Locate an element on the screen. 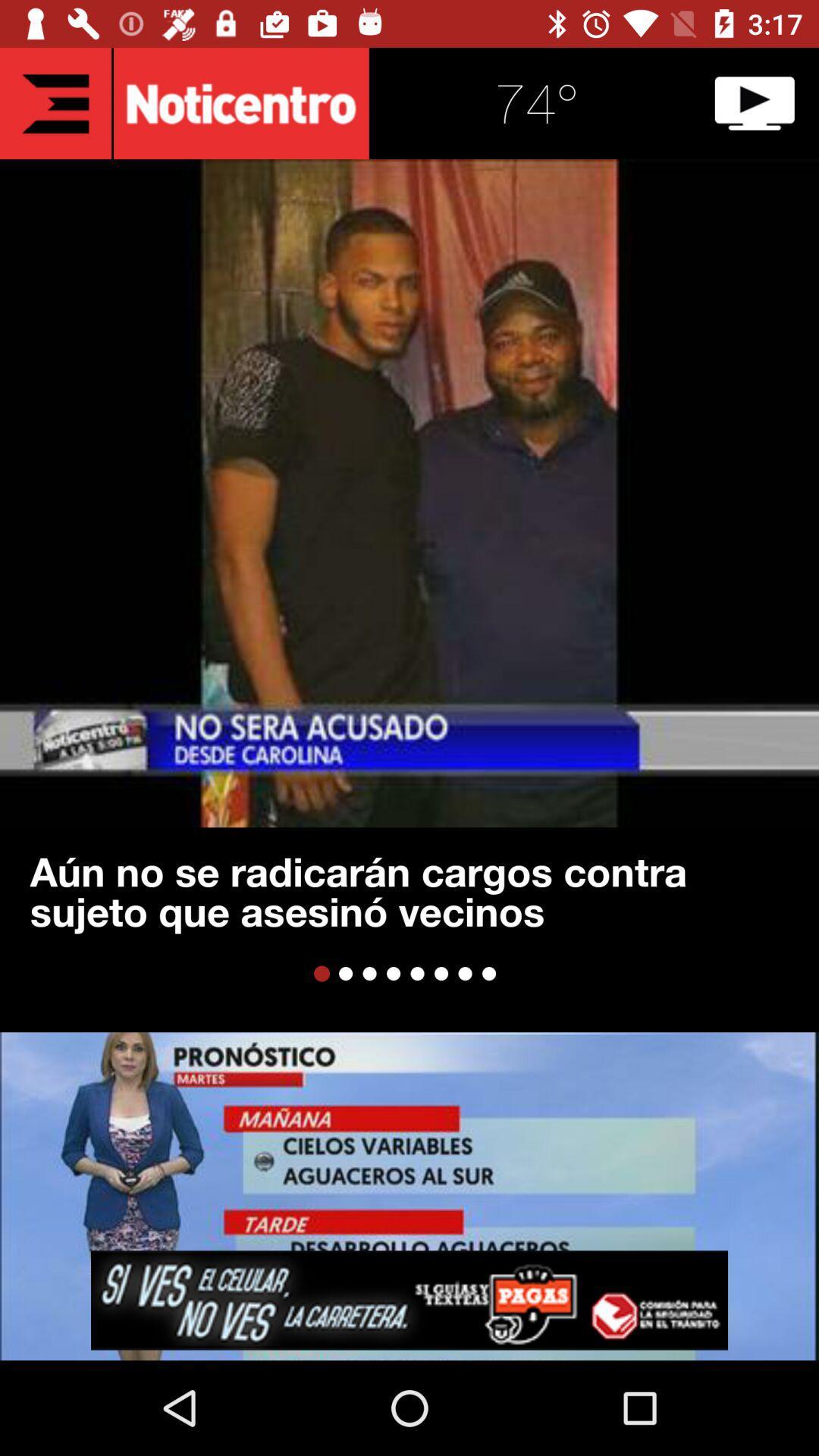 The height and width of the screenshot is (1456, 819). click the play button is located at coordinates (755, 102).